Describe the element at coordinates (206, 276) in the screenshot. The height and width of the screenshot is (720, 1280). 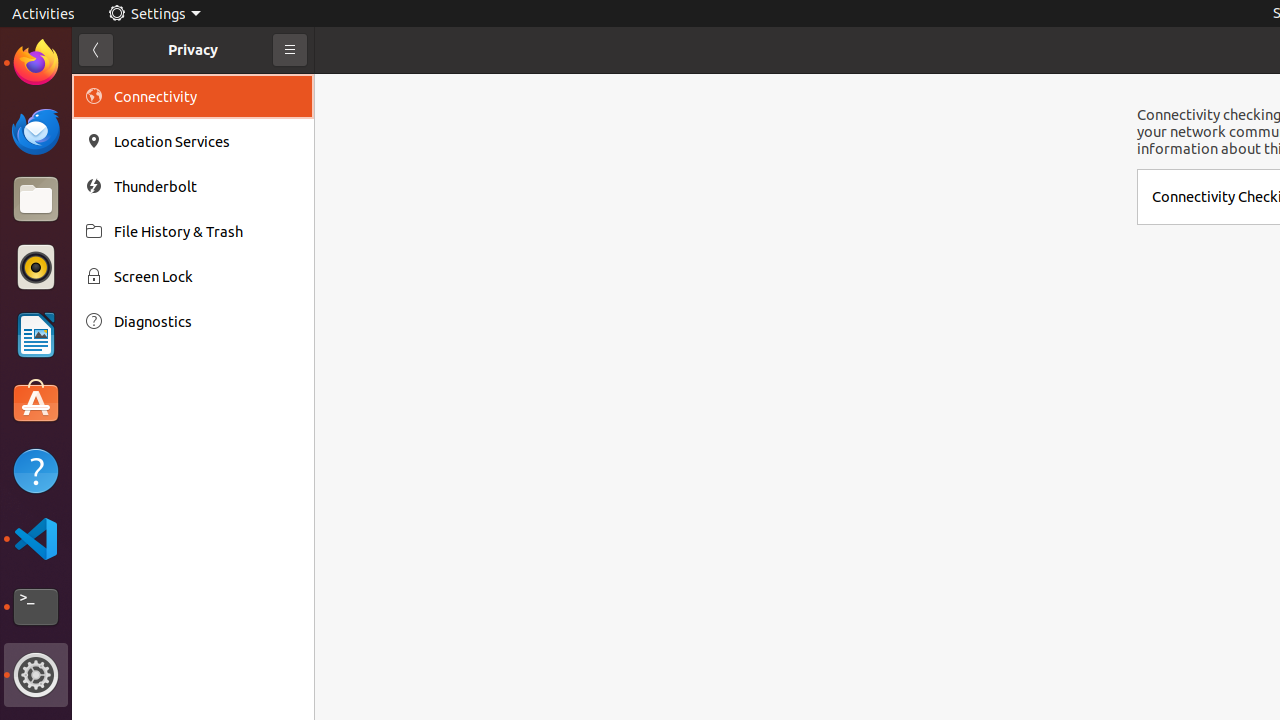
I see `'Screen Lock'` at that location.